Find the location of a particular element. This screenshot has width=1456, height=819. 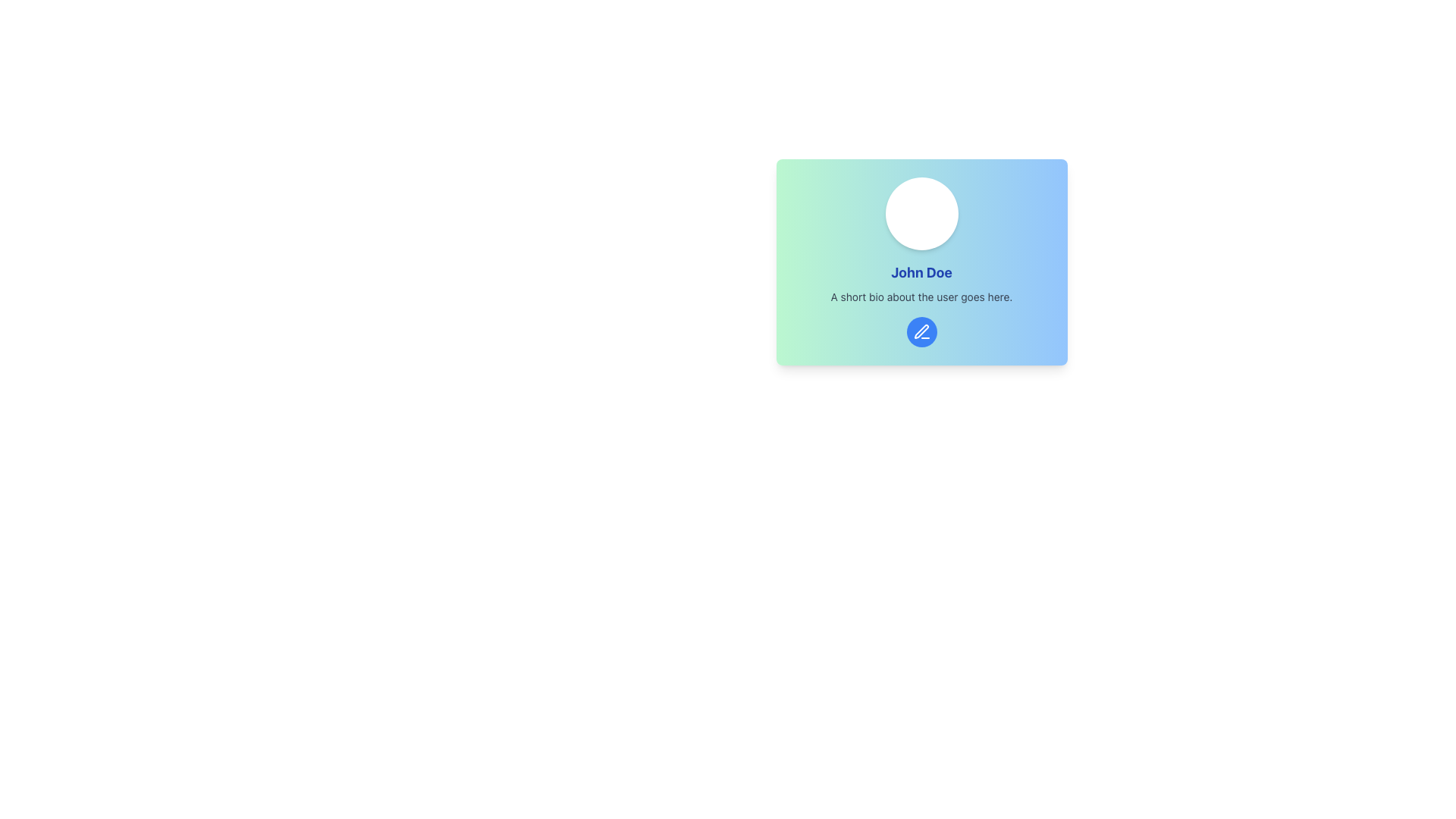

the descriptive text element that reads 'A short bio about the user goes here.' positioned below the name 'John Doe.' is located at coordinates (921, 297).